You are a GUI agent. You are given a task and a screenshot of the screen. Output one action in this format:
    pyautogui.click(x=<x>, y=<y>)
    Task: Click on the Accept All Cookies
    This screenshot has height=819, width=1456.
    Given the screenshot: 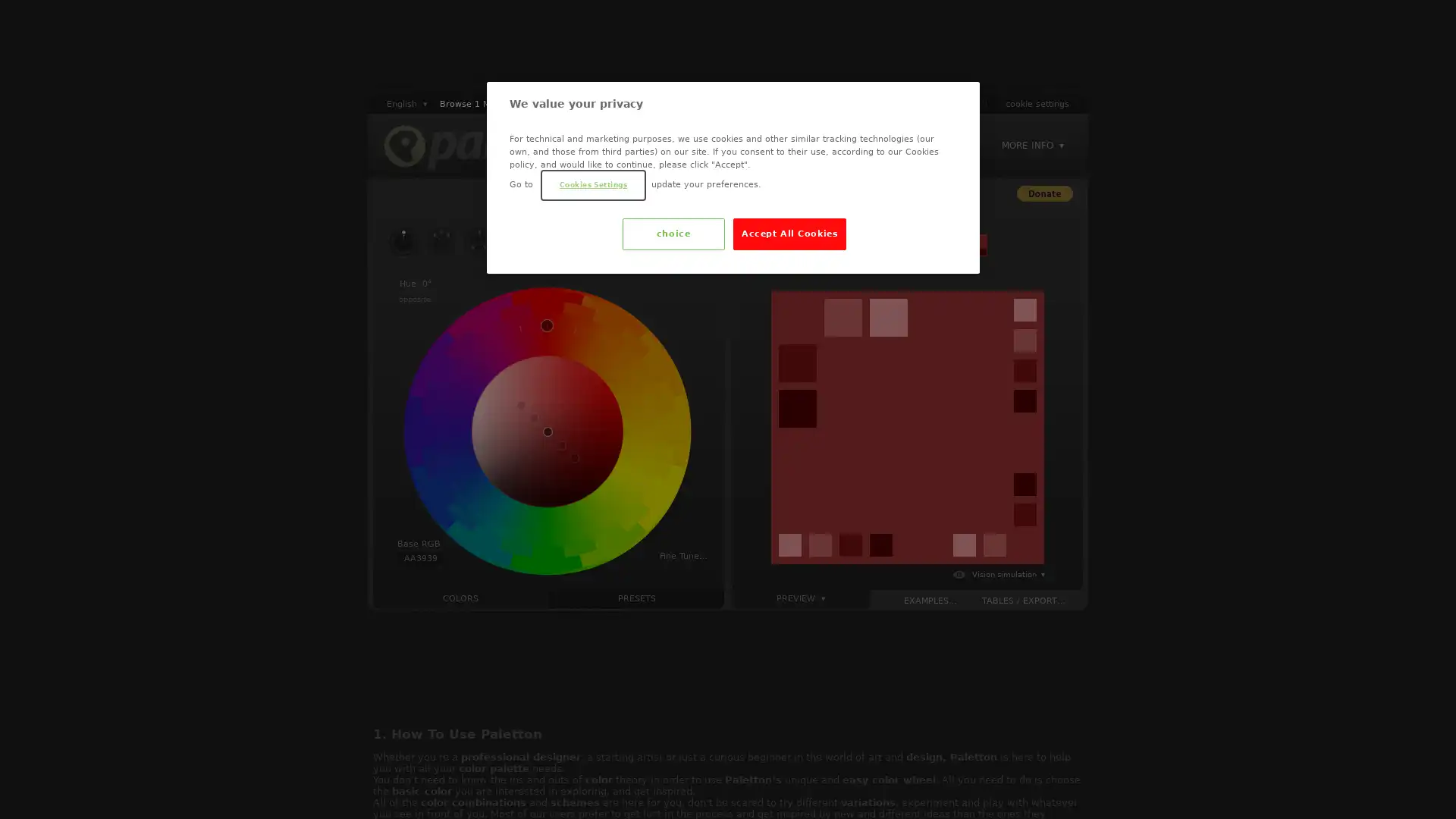 What is the action you would take?
    pyautogui.click(x=789, y=234)
    